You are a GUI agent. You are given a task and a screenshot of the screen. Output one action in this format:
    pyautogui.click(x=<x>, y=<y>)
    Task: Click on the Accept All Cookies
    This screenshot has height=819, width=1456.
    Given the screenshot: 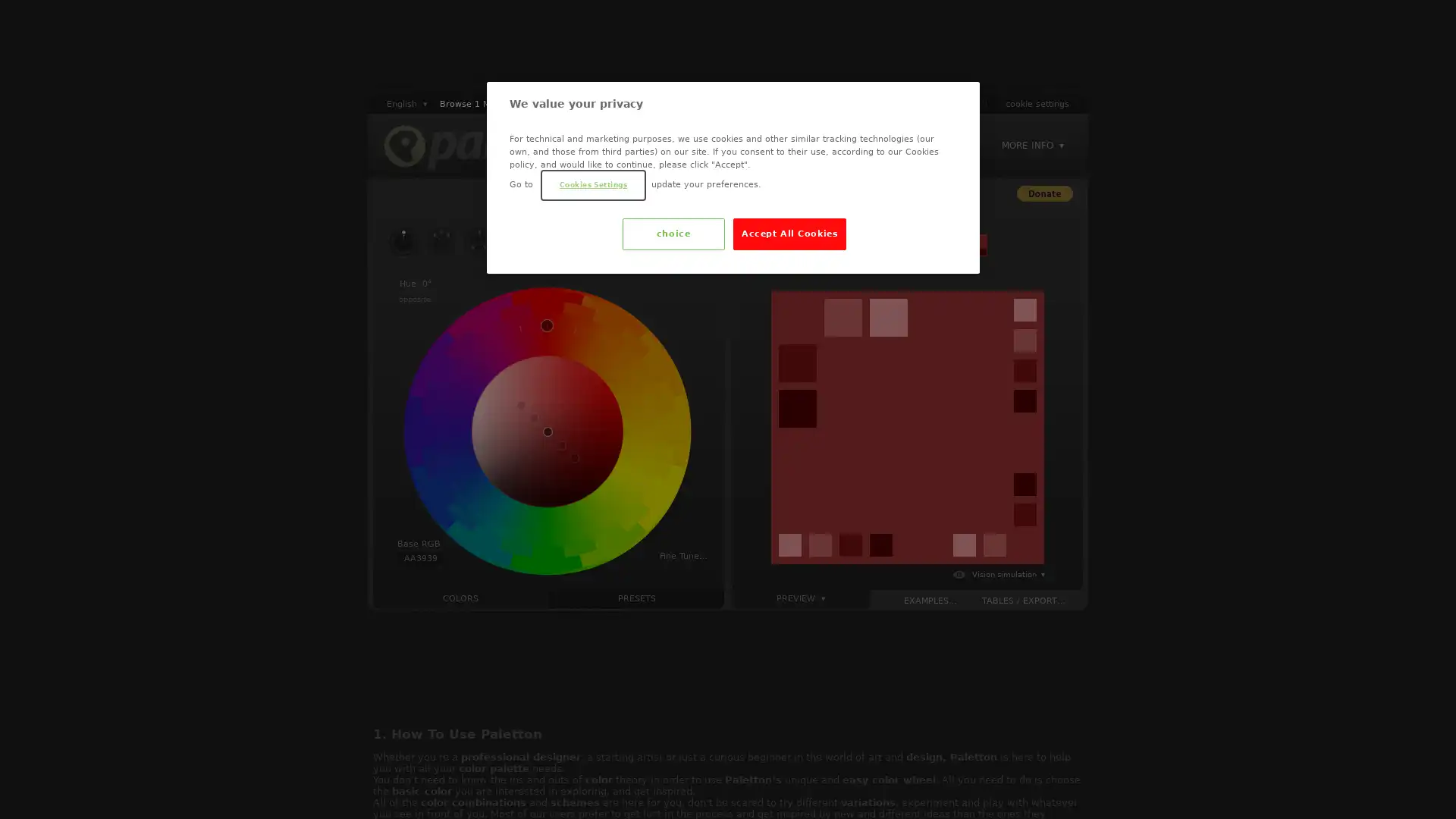 What is the action you would take?
    pyautogui.click(x=789, y=234)
    